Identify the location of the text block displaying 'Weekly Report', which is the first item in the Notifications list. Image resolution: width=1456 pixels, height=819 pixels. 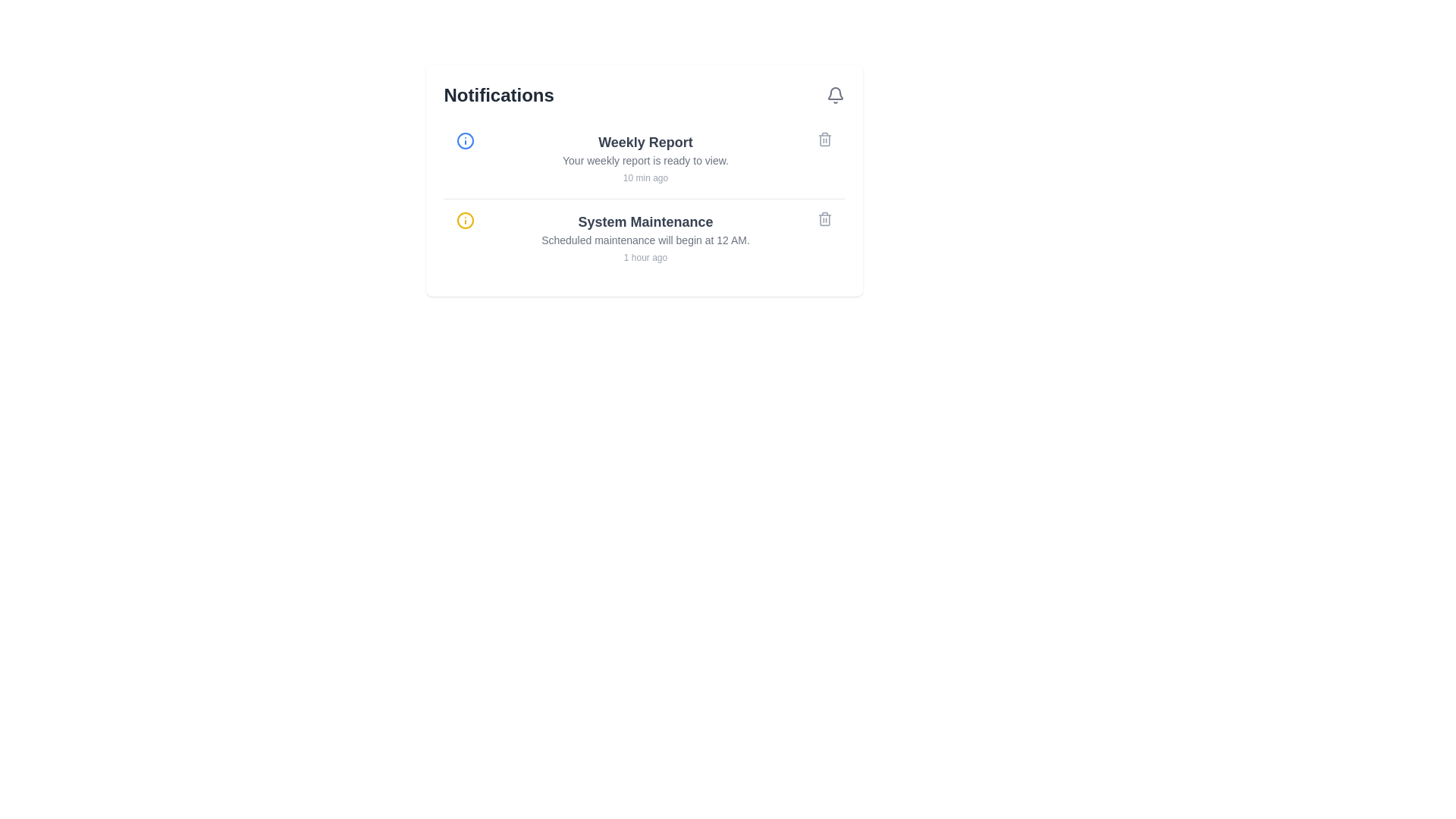
(645, 158).